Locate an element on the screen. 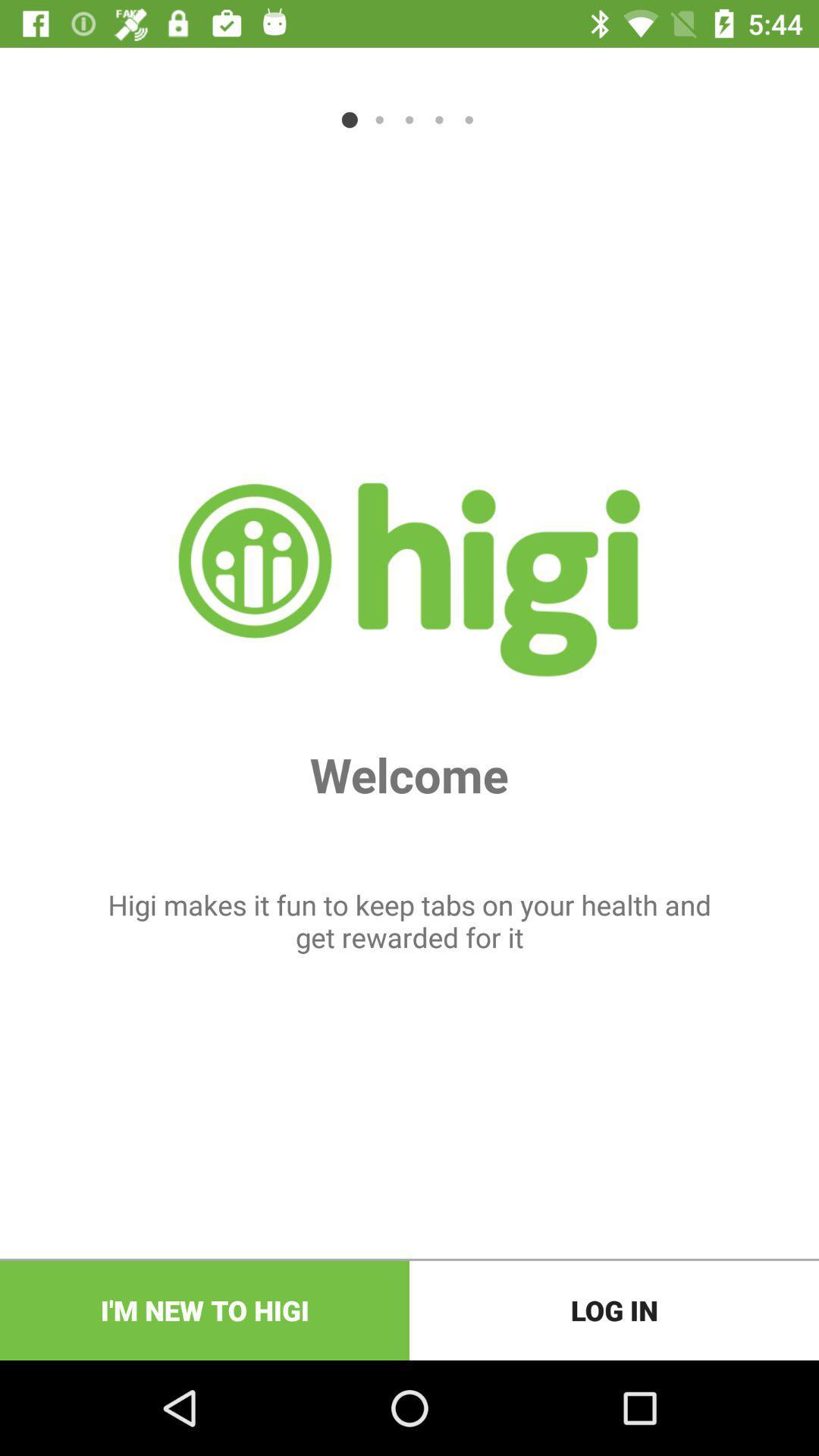  icon next to the i m new item is located at coordinates (614, 1310).